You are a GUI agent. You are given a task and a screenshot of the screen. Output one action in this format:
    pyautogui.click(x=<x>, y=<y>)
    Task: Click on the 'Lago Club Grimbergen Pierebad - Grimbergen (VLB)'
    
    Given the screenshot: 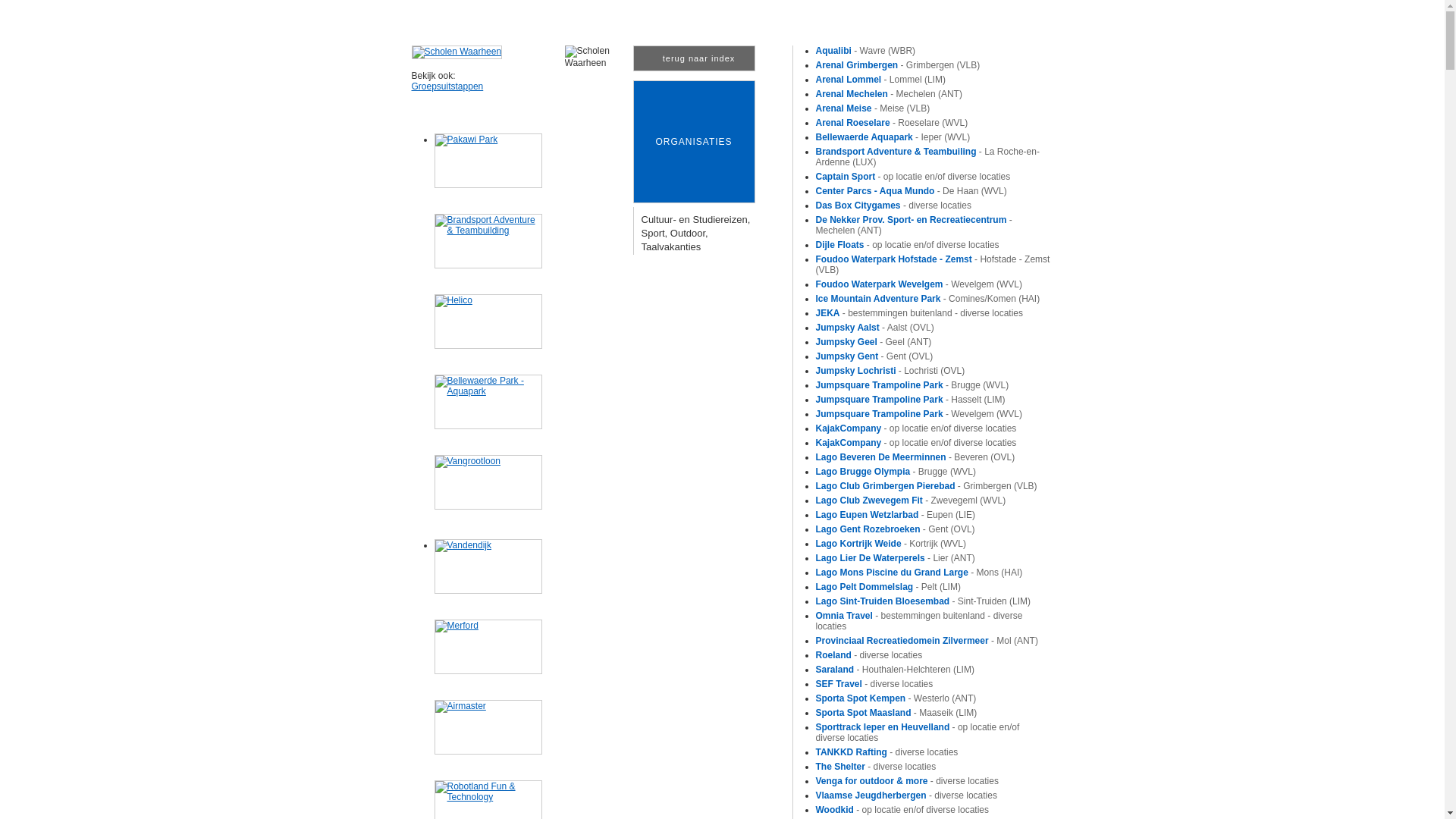 What is the action you would take?
    pyautogui.click(x=926, y=485)
    